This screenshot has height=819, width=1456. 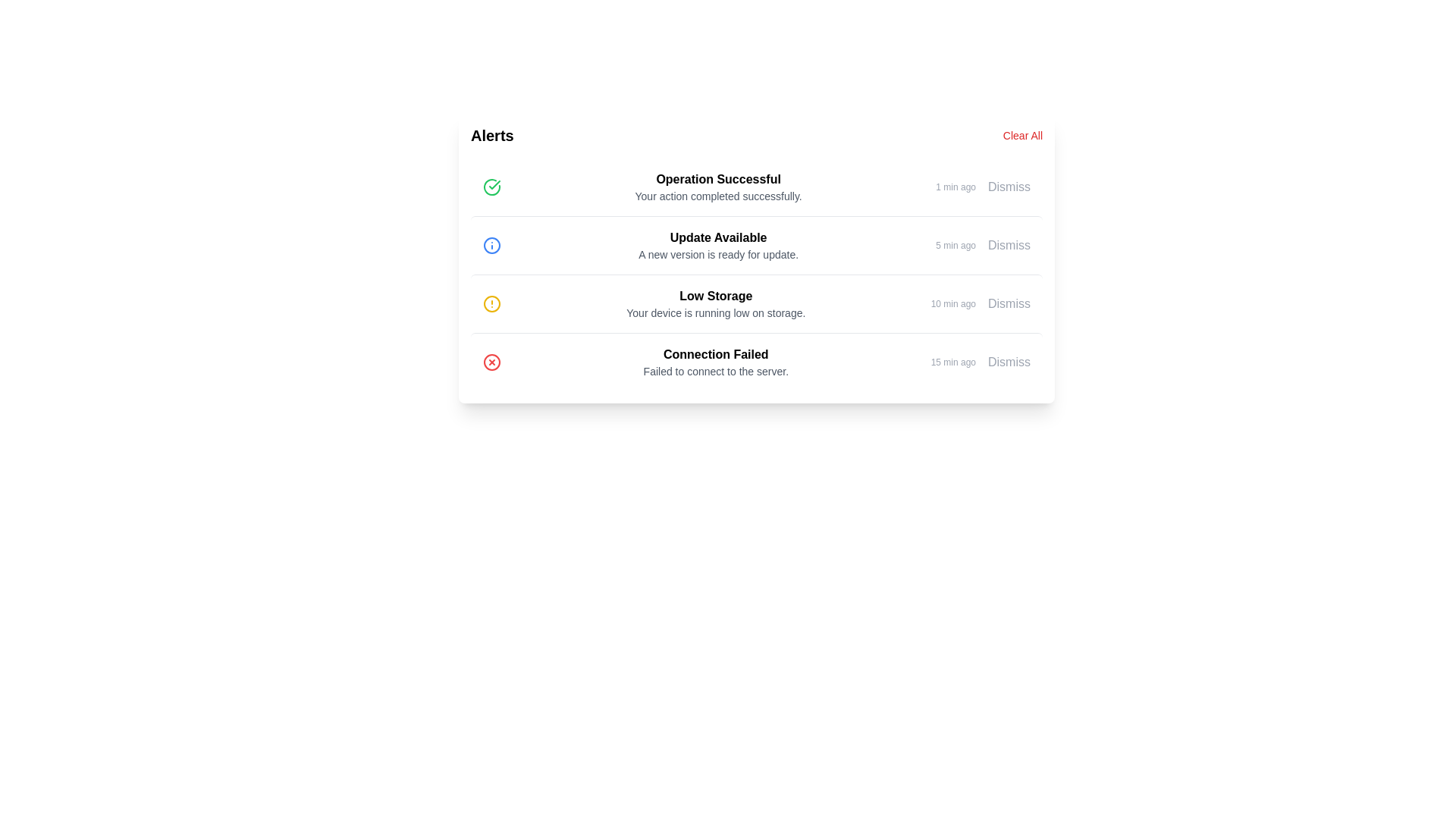 What do you see at coordinates (717, 195) in the screenshot?
I see `displayed text from the Text label located in the notification box, positioned directly below the title 'Operation Successful'` at bounding box center [717, 195].